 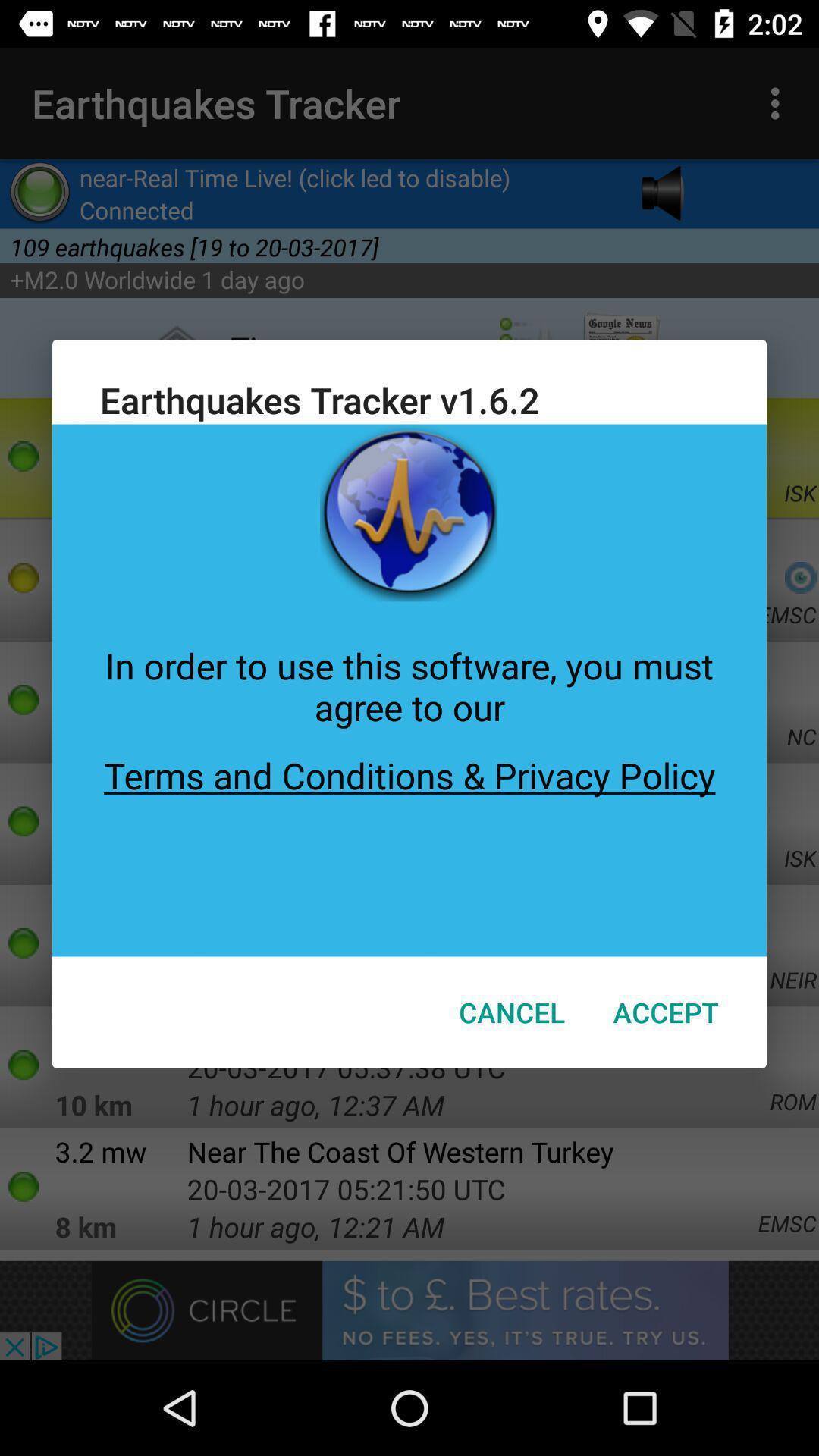 What do you see at coordinates (665, 1012) in the screenshot?
I see `item below the terms and conditions item` at bounding box center [665, 1012].